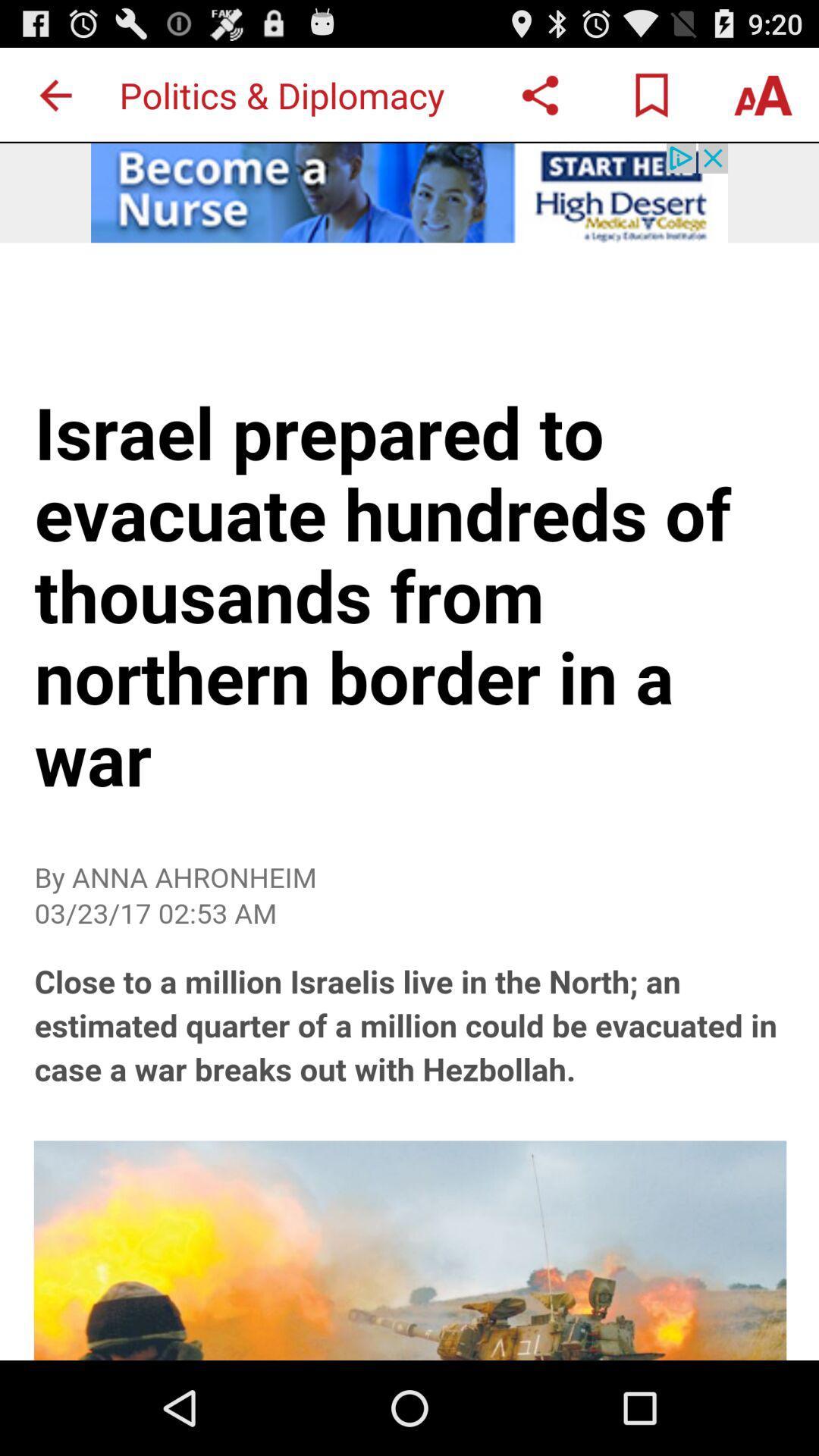 This screenshot has height=1456, width=819. Describe the element at coordinates (409, 192) in the screenshot. I see `advertisement` at that location.